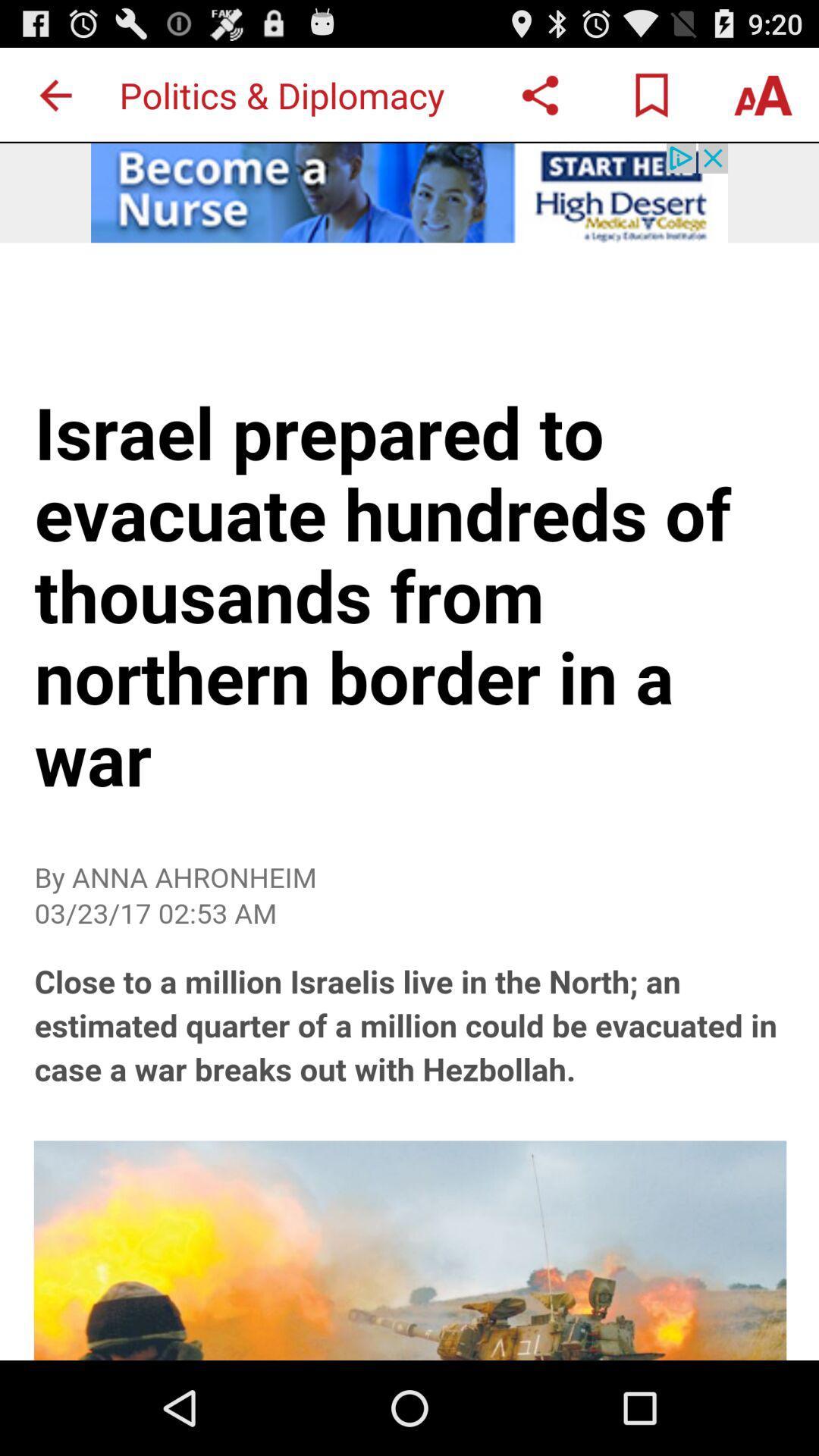 This screenshot has height=1456, width=819. Describe the element at coordinates (409, 192) in the screenshot. I see `advertisement` at that location.